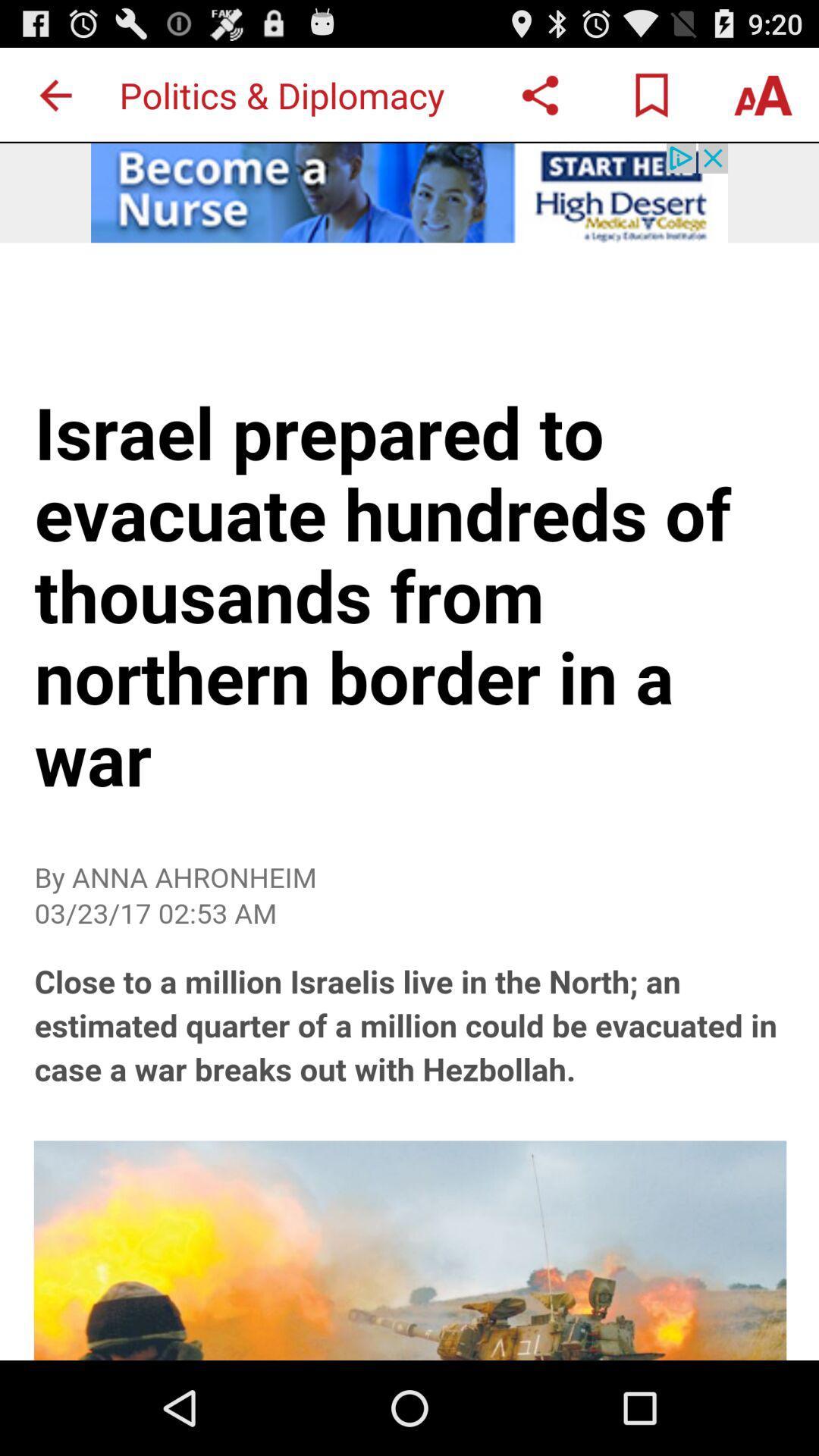 This screenshot has height=1456, width=819. Describe the element at coordinates (409, 192) in the screenshot. I see `advertisement` at that location.